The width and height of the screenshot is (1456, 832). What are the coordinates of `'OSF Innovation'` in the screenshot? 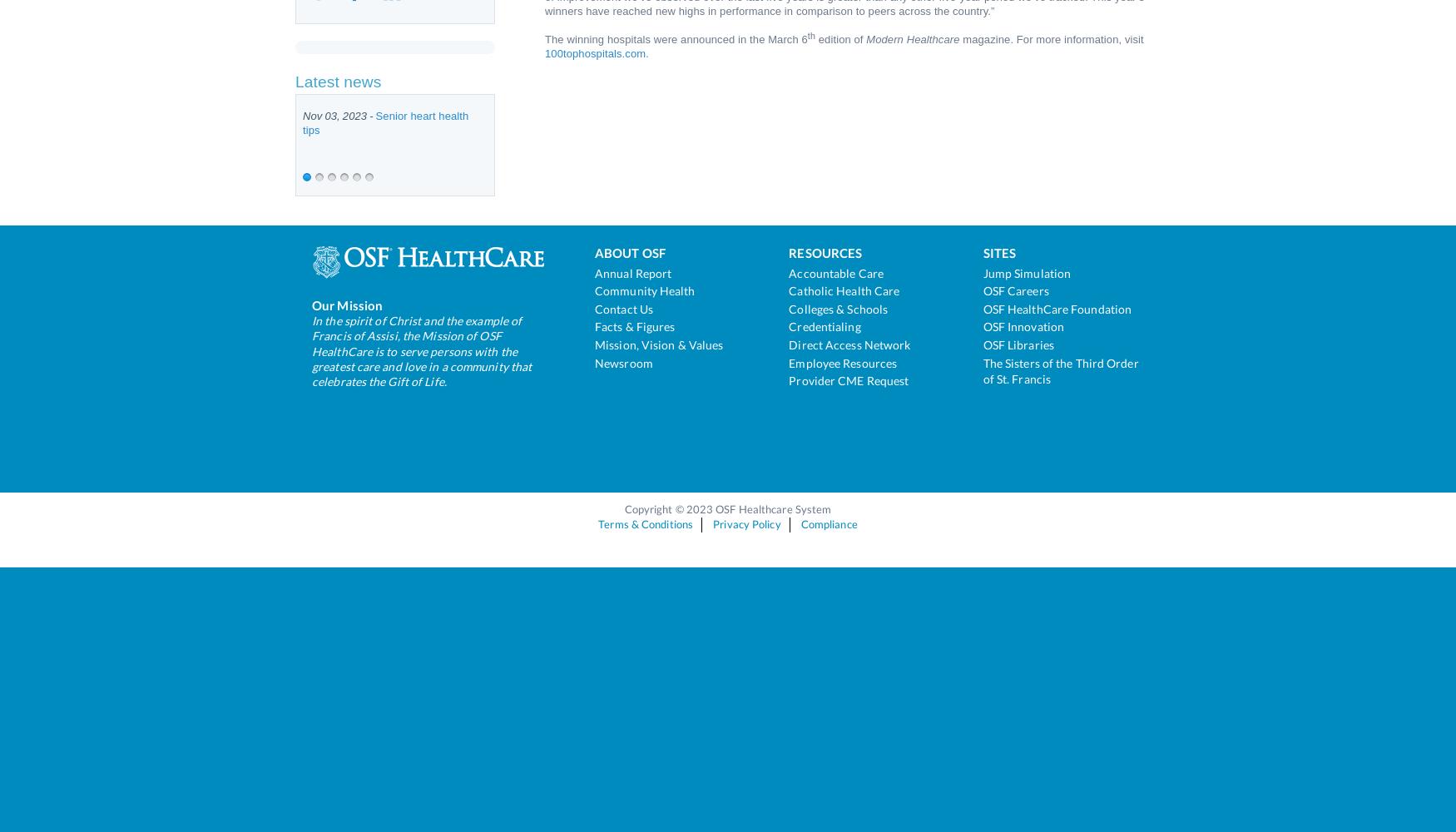 It's located at (982, 326).